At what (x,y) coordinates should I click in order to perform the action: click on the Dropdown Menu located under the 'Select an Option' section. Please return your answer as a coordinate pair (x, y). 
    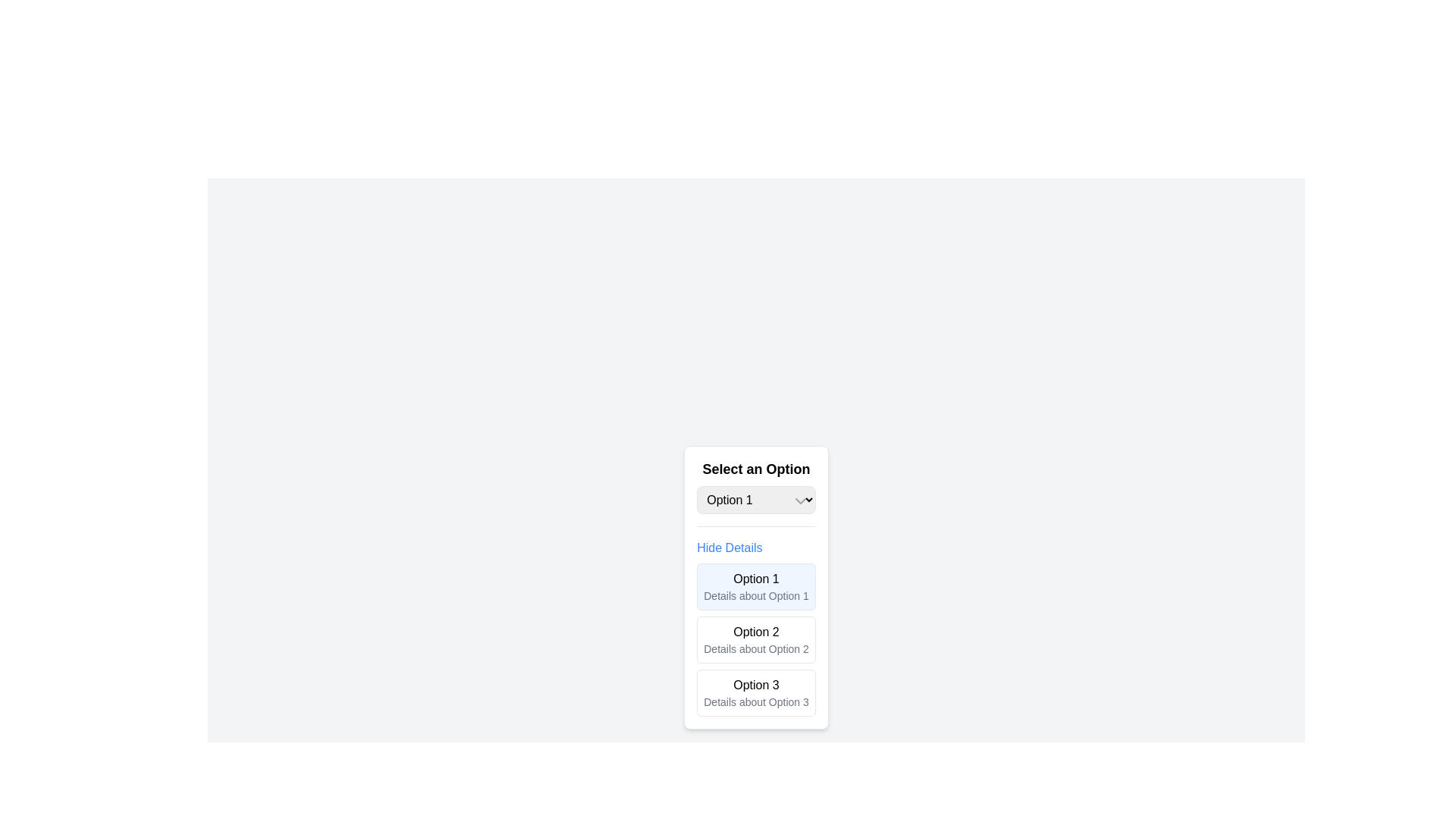
    Looking at the image, I should click on (756, 500).